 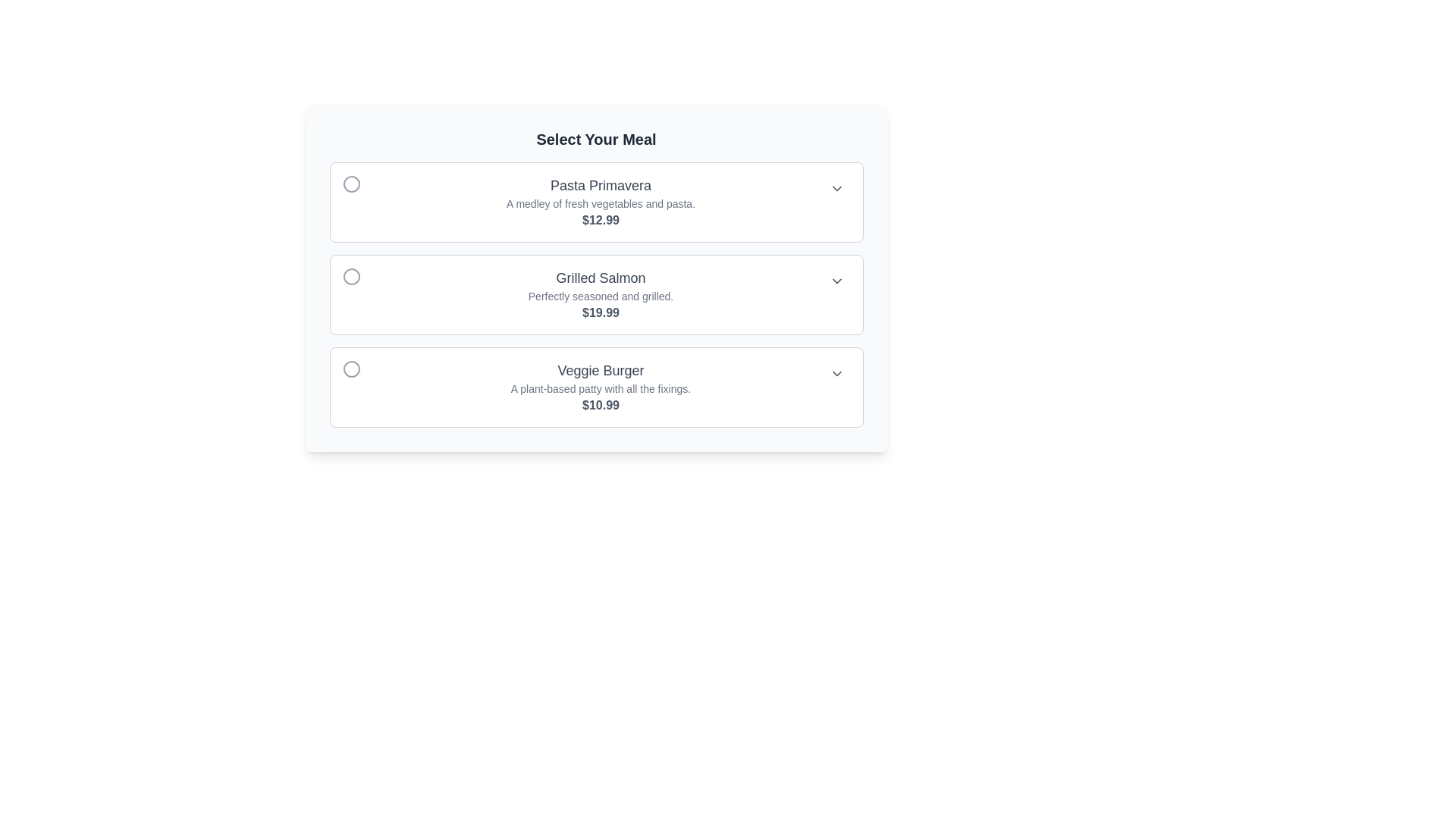 What do you see at coordinates (600, 386) in the screenshot?
I see `the 'Veggie Burger' menu item, which includes a title, subtext, and price, positioned in the third spot of the meal options list` at bounding box center [600, 386].